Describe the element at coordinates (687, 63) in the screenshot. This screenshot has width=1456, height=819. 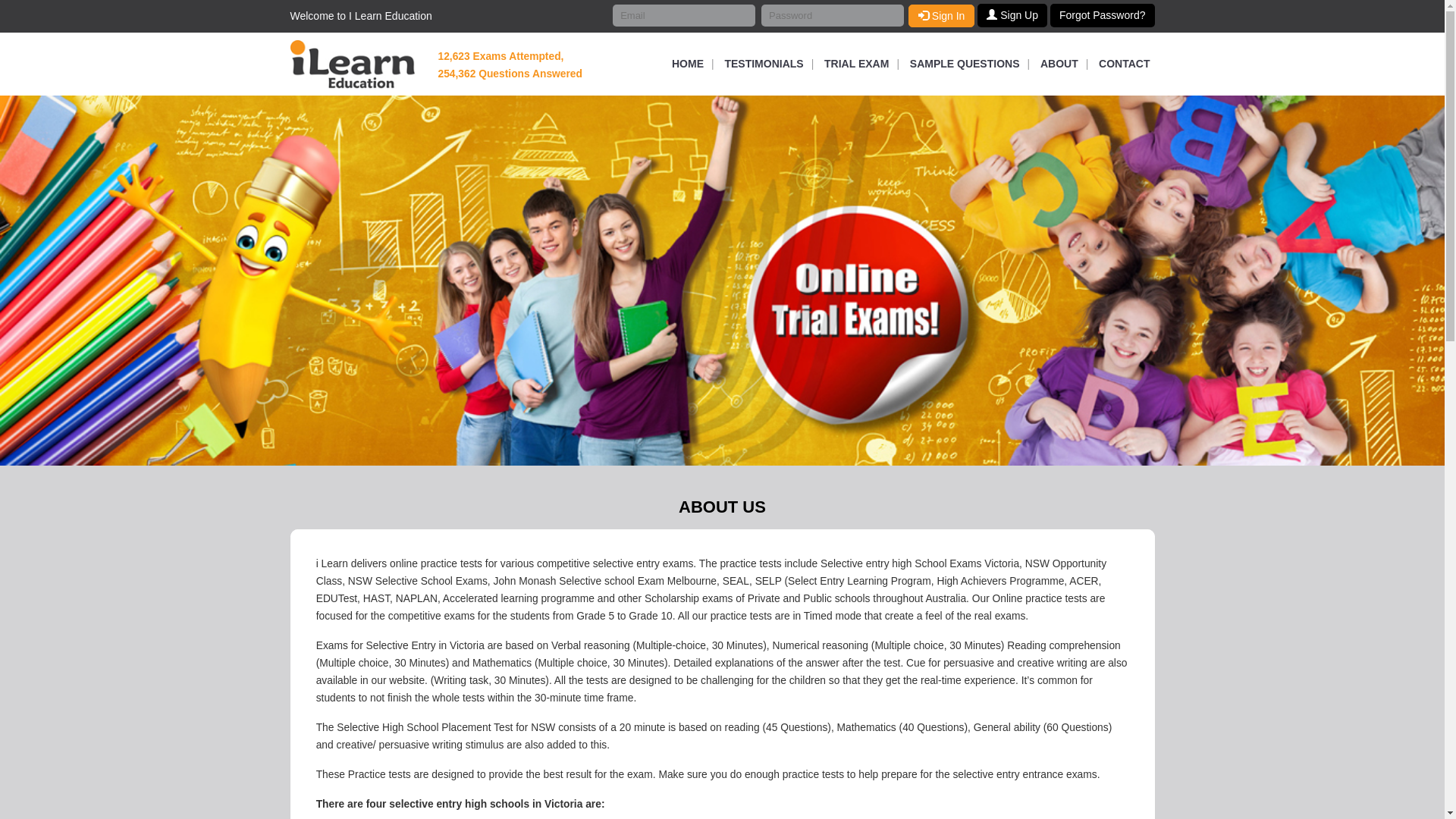
I see `'HOME'` at that location.